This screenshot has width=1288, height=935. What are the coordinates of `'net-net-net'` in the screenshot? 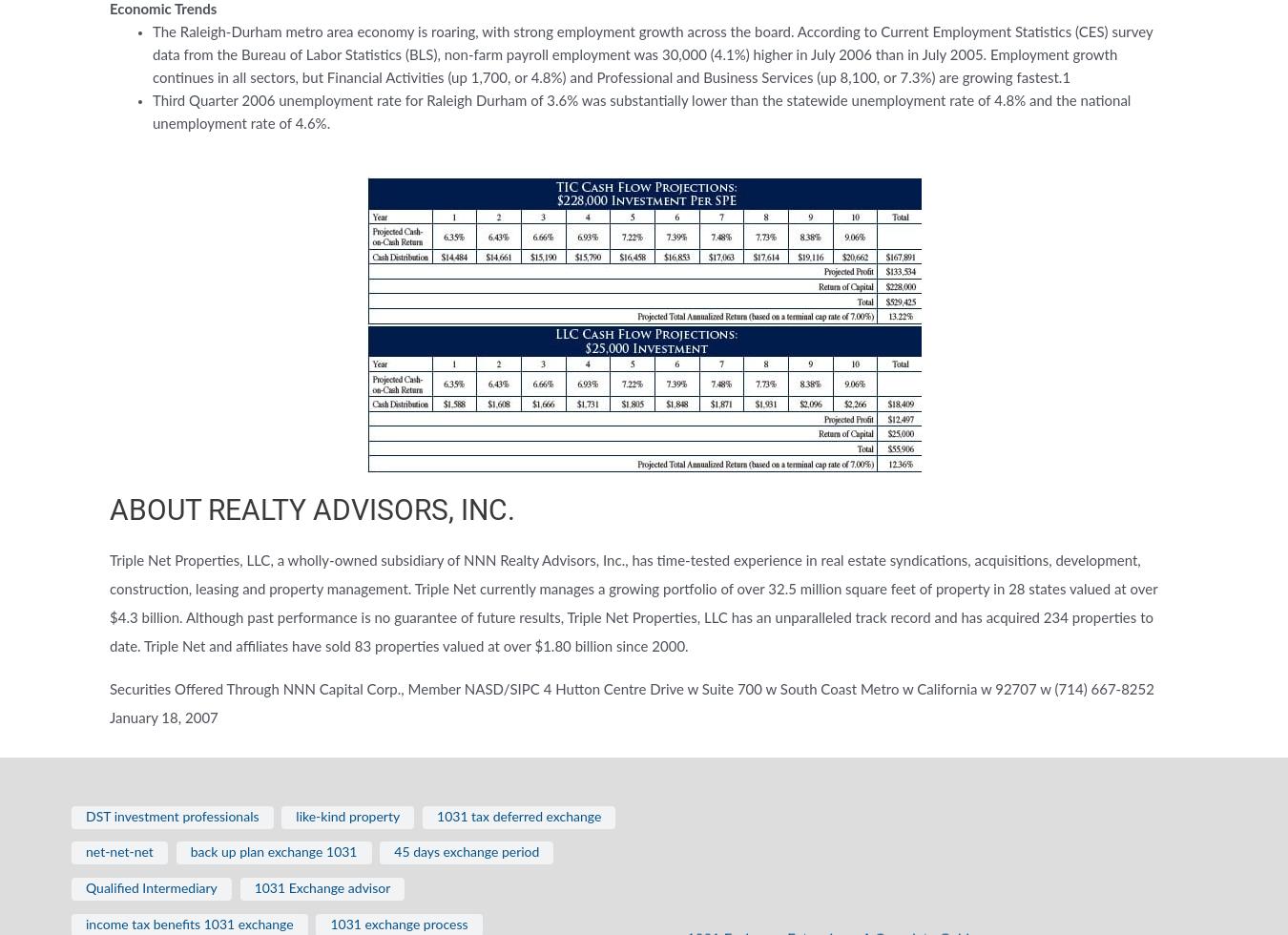 It's located at (119, 852).